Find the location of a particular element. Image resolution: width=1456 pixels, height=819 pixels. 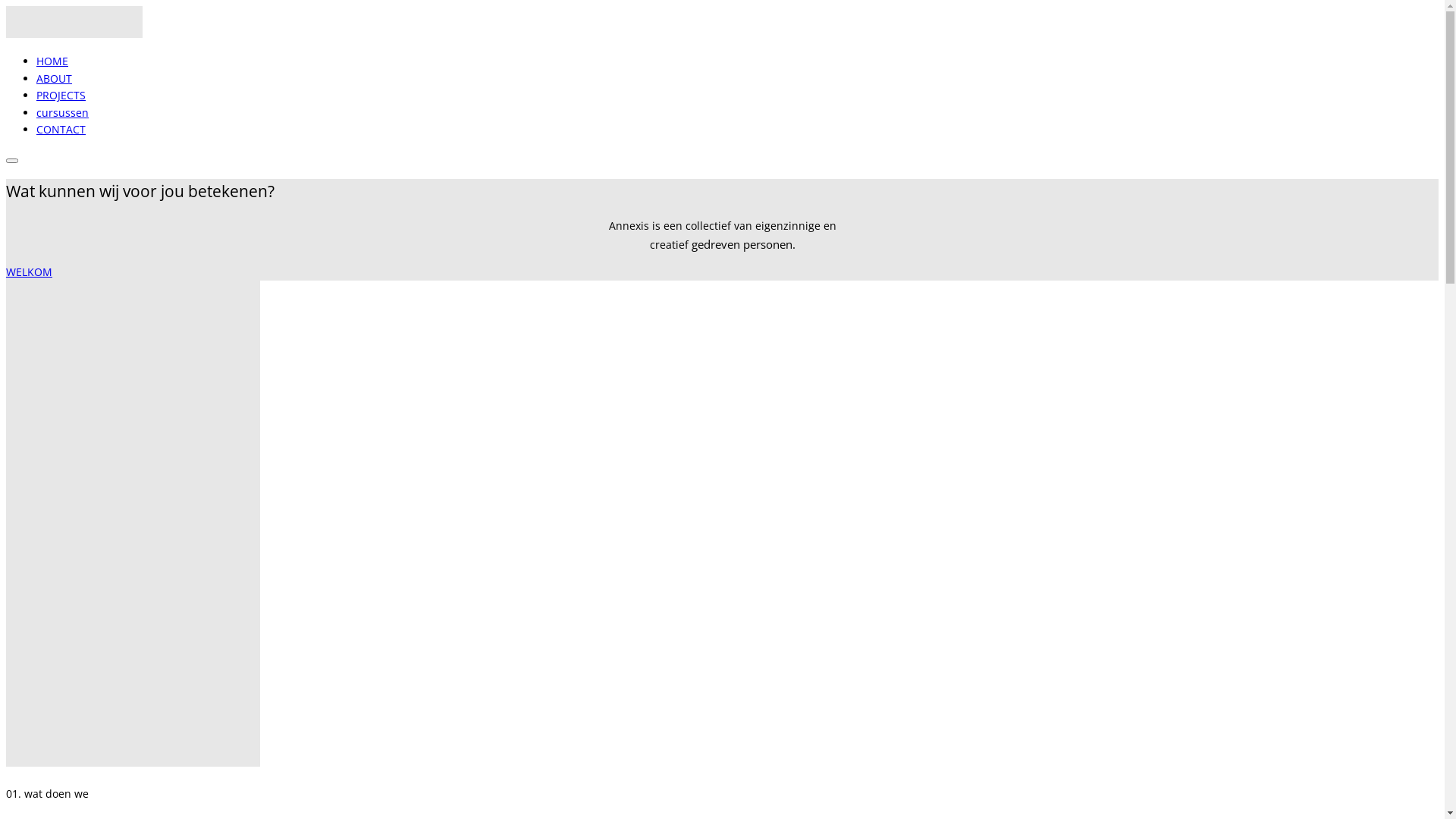

'HOME' is located at coordinates (36, 60).